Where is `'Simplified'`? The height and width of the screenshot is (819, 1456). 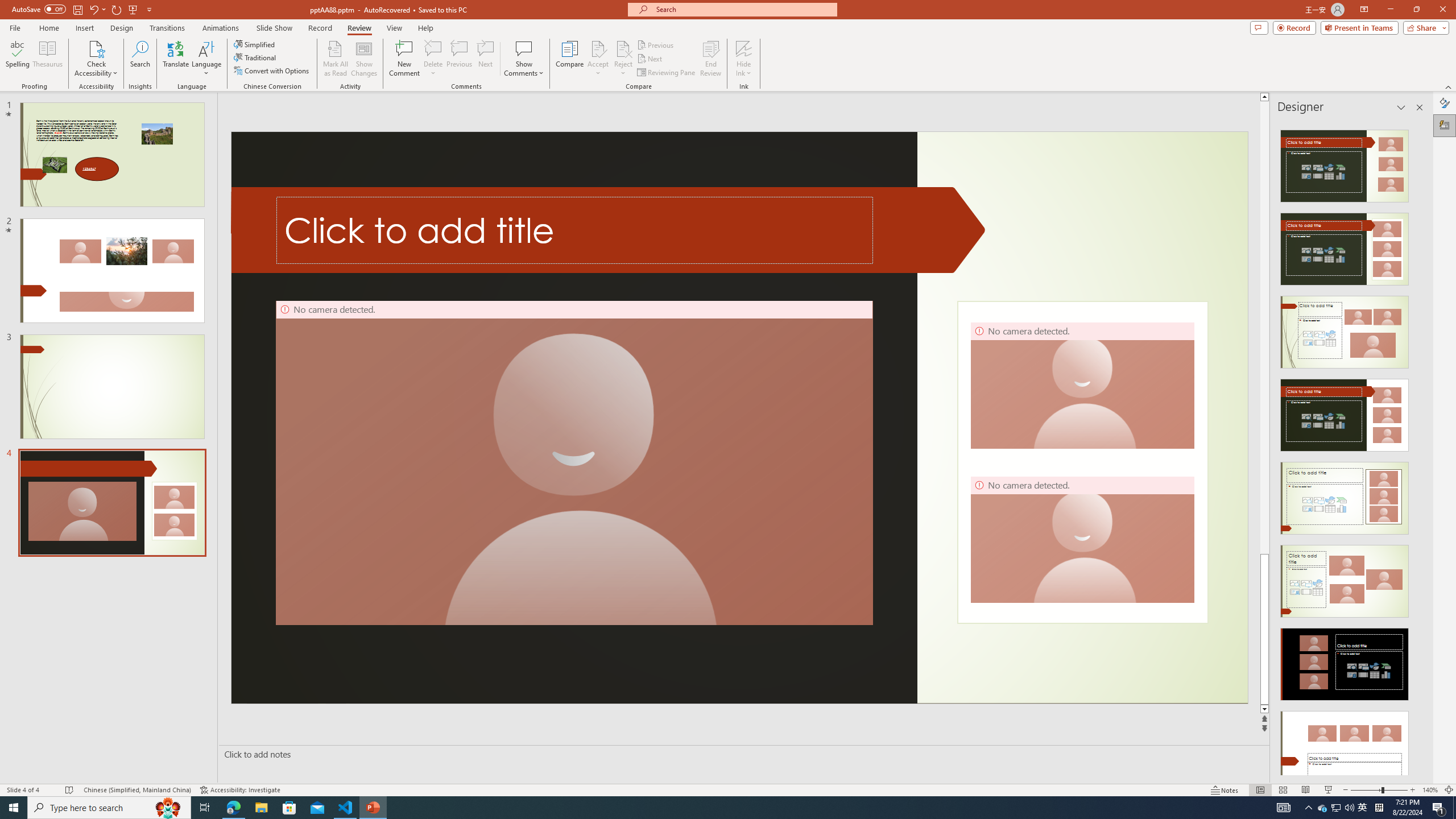
'Simplified' is located at coordinates (255, 44).